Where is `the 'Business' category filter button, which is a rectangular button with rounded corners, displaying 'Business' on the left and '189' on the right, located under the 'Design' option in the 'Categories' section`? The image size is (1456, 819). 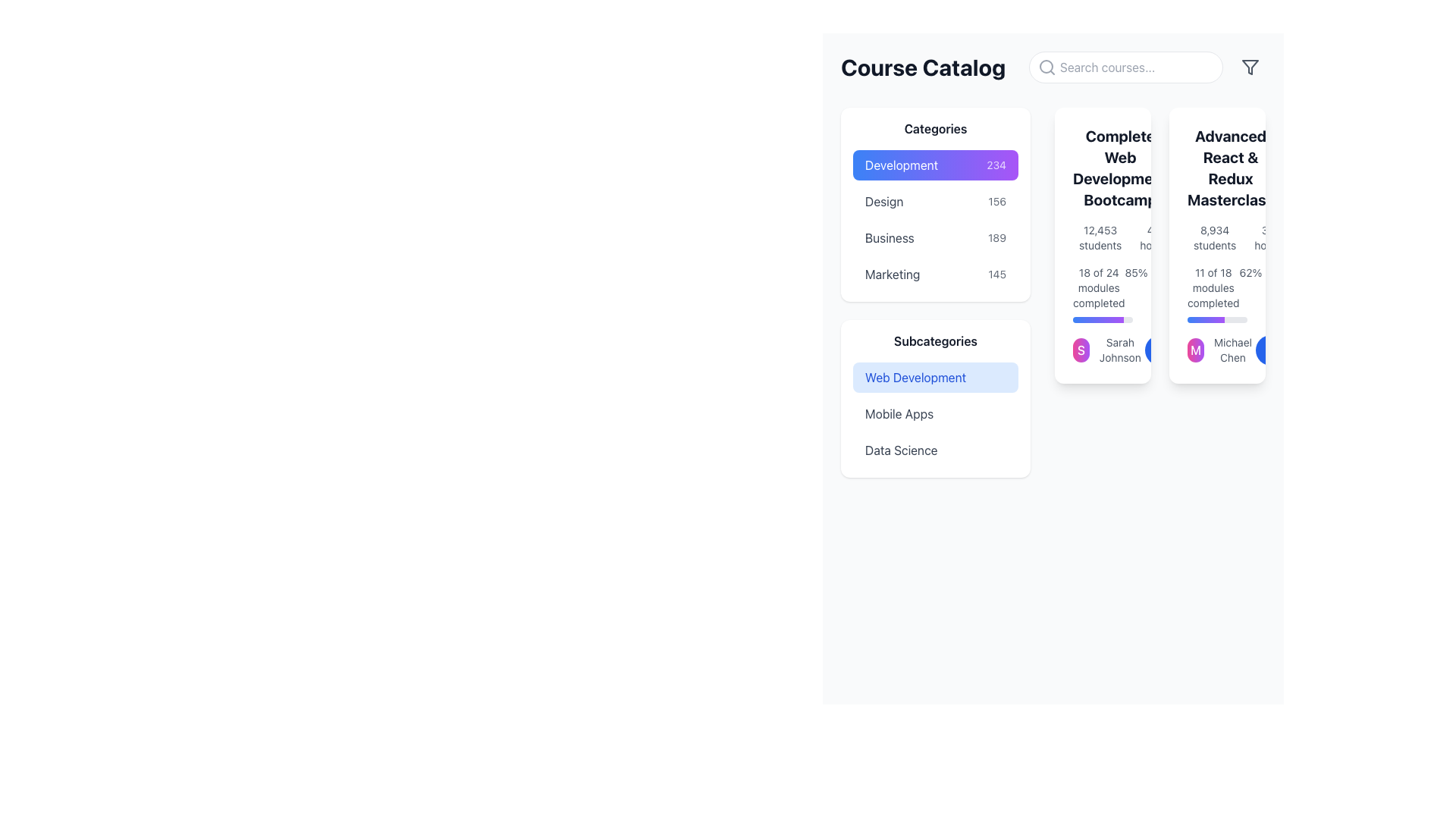
the 'Business' category filter button, which is a rectangular button with rounded corners, displaying 'Business' on the left and '189' on the right, located under the 'Design' option in the 'Categories' section is located at coordinates (934, 237).